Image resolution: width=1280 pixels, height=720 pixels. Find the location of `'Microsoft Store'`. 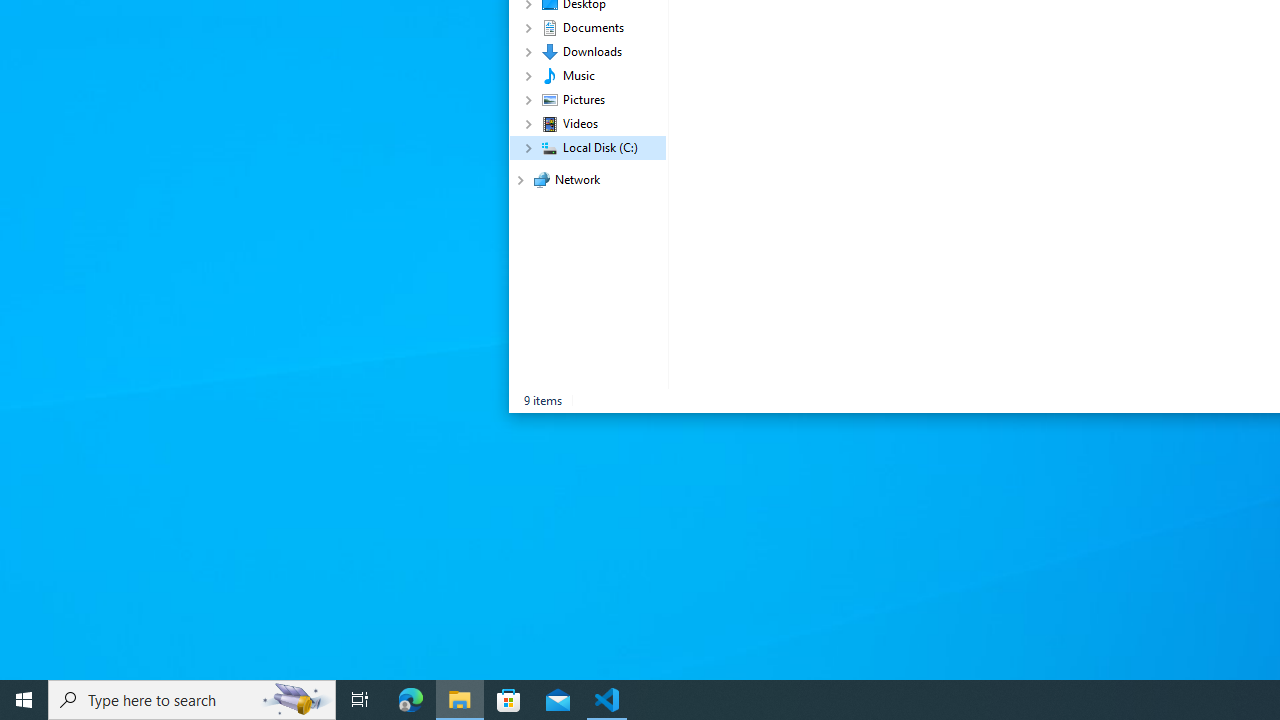

'Microsoft Store' is located at coordinates (509, 698).